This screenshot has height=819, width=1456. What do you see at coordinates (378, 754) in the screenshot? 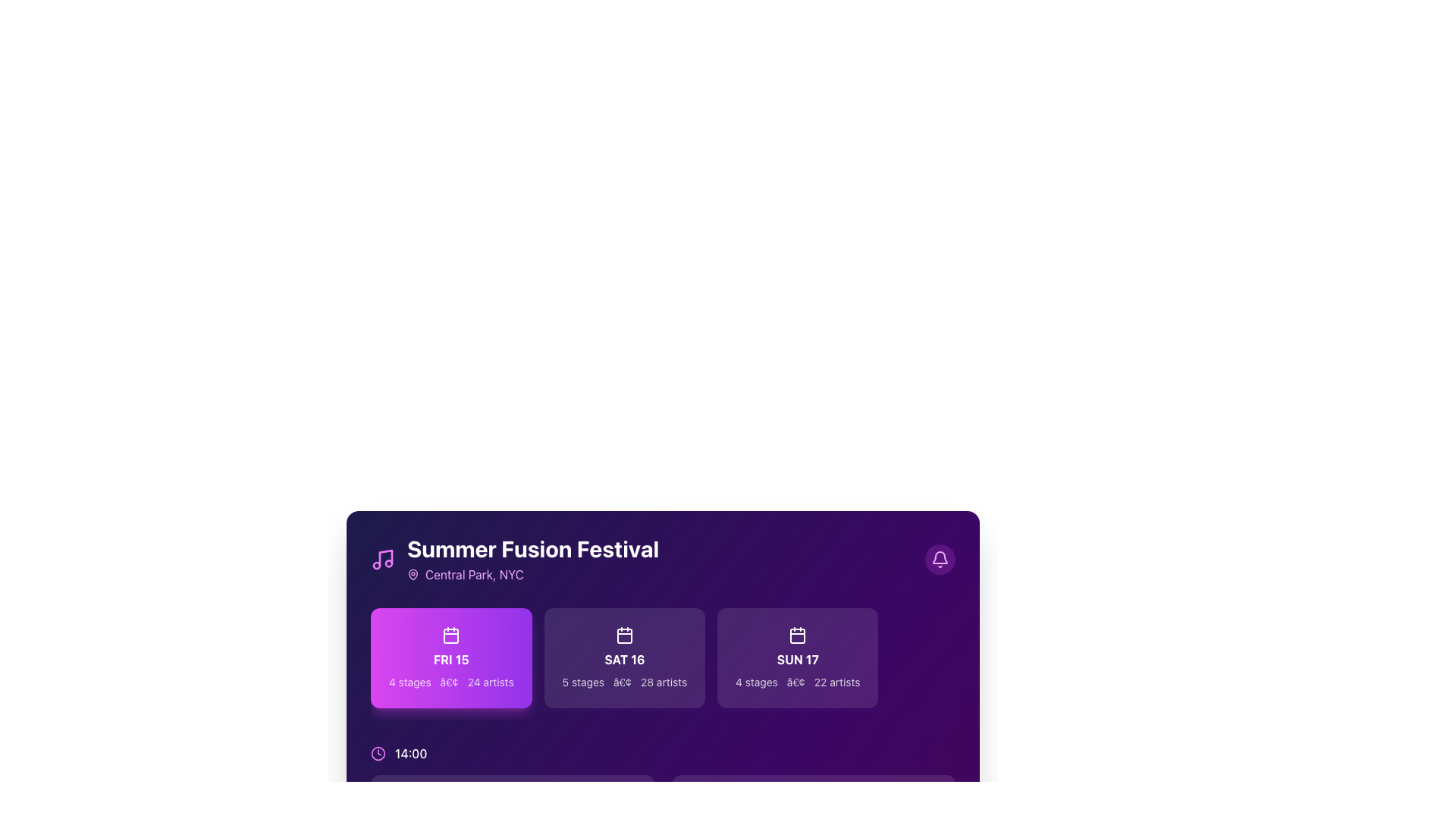
I see `the time-related icon located in the bottom-left corner of the card-like section, positioned near the text '14:00'` at bounding box center [378, 754].